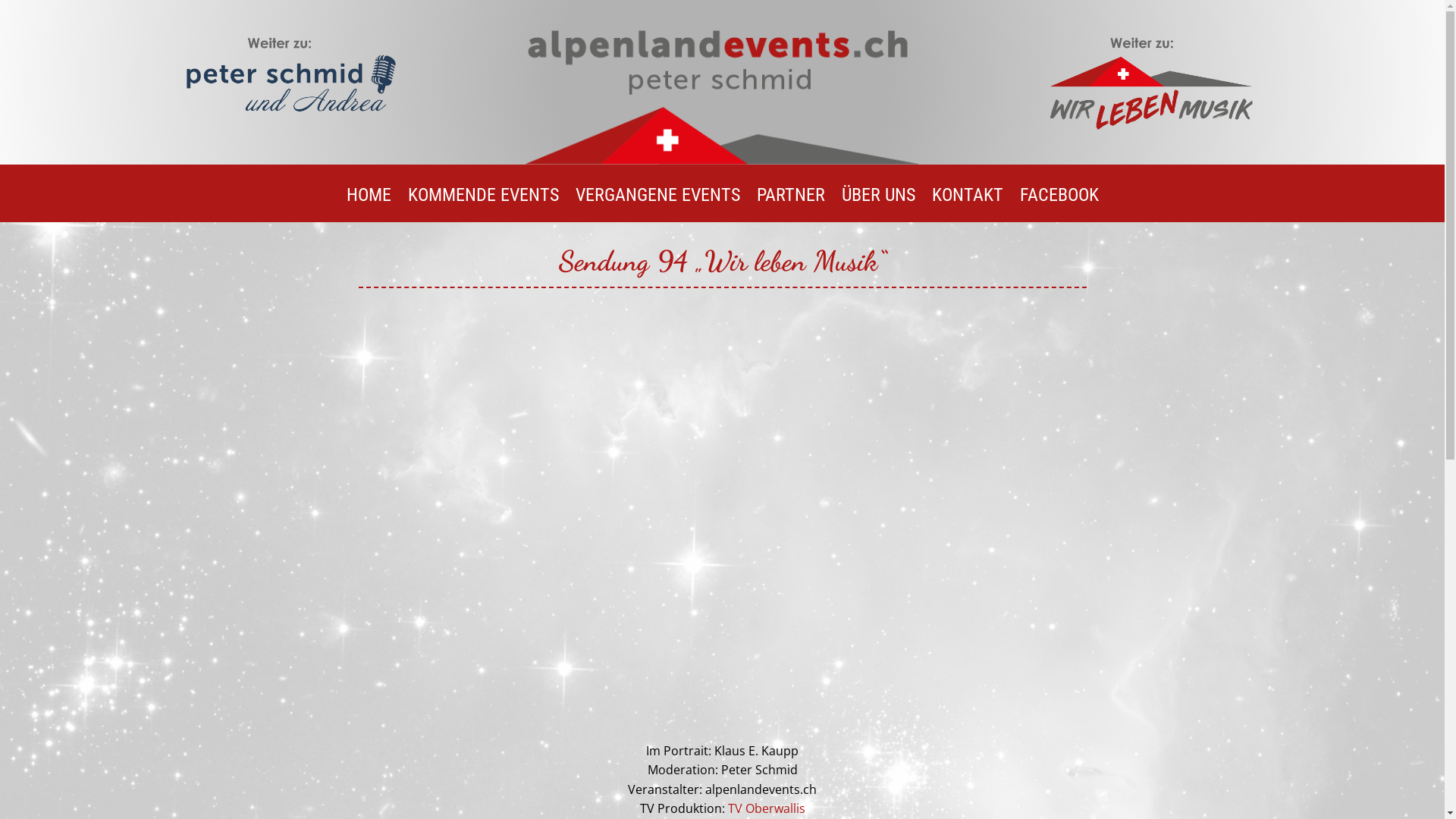 The image size is (1456, 819). What do you see at coordinates (789, 206) in the screenshot?
I see `'PARTNER'` at bounding box center [789, 206].